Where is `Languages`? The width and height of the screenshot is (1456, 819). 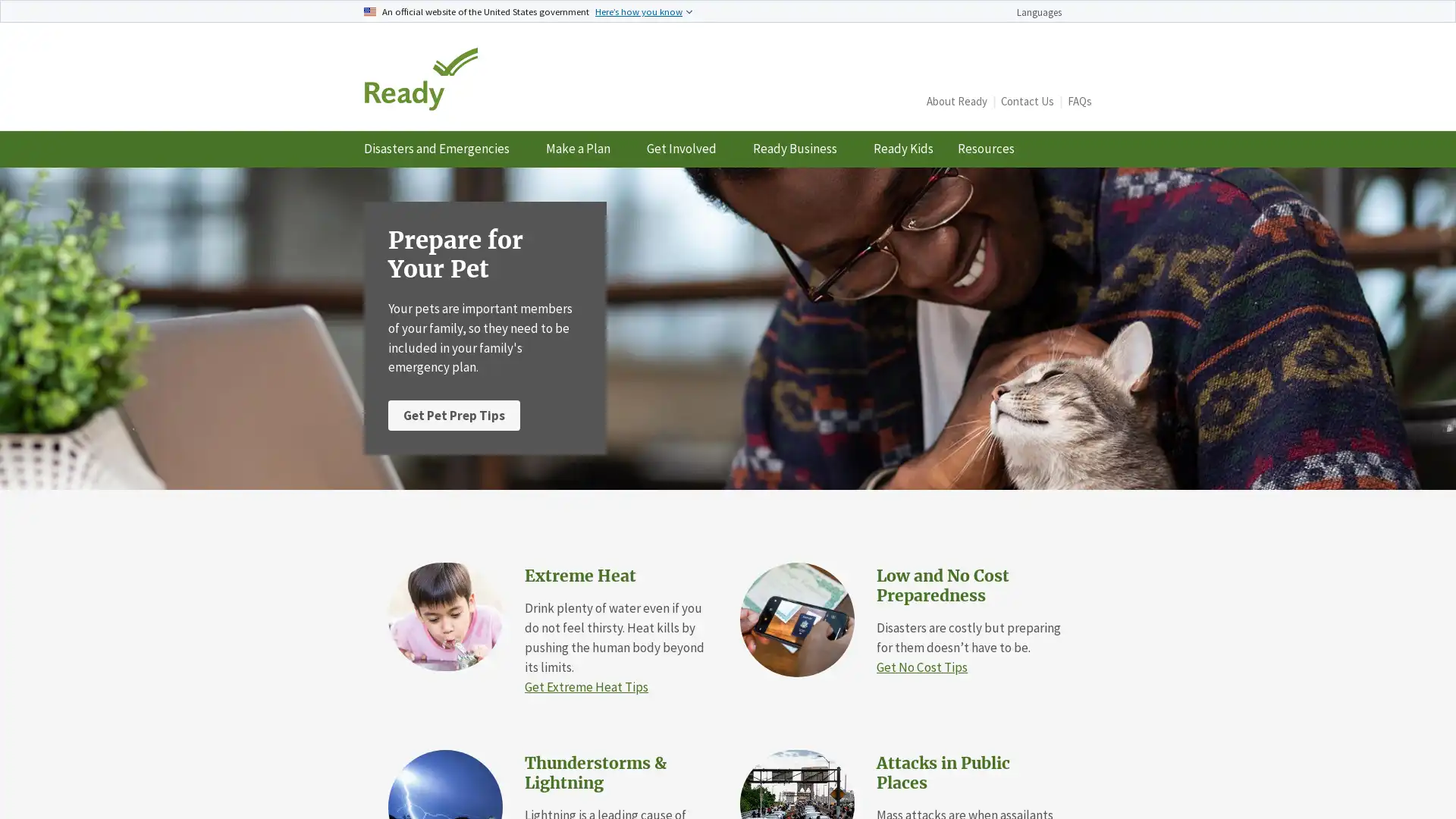 Languages is located at coordinates (1047, 12).